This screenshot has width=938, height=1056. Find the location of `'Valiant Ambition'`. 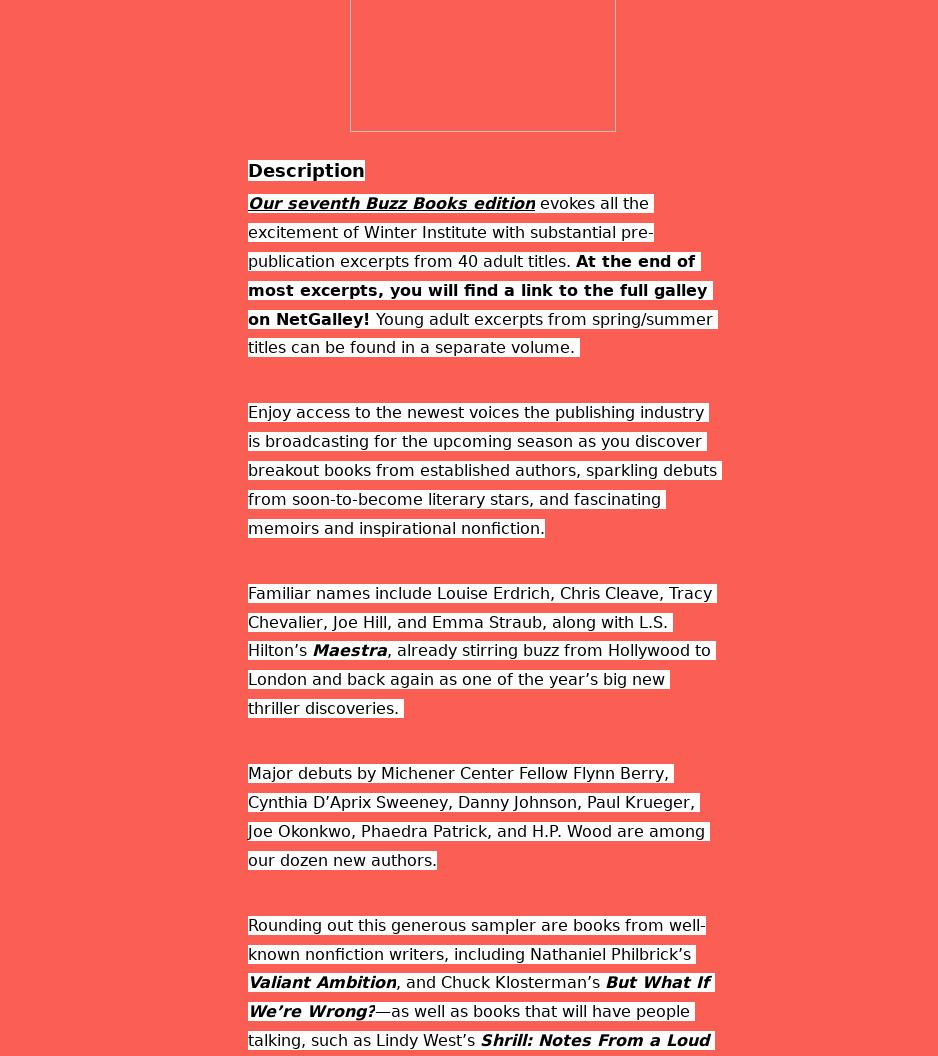

'Valiant Ambition' is located at coordinates (321, 982).